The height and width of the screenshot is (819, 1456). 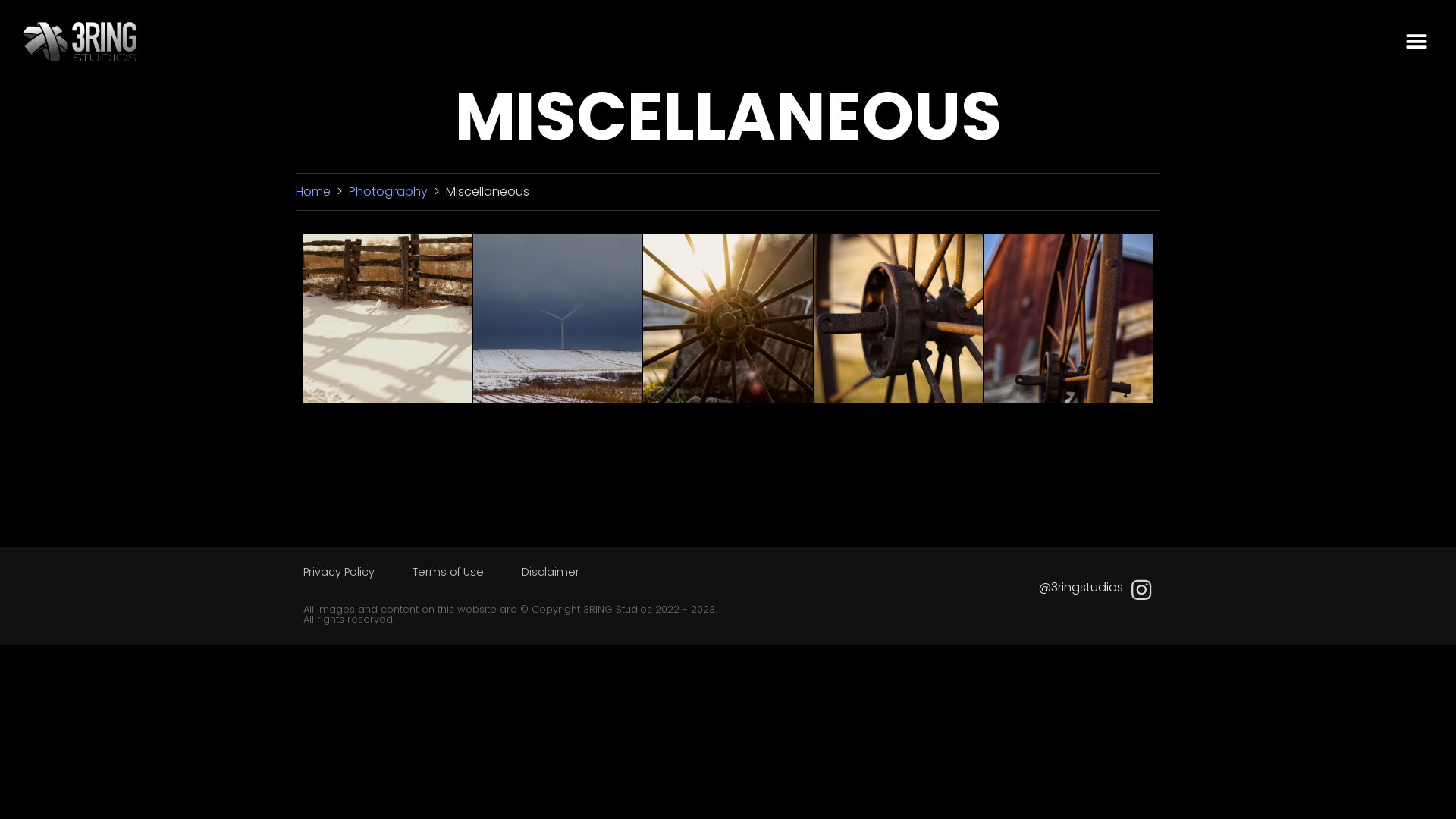 I want to click on 'Home', so click(x=295, y=190).